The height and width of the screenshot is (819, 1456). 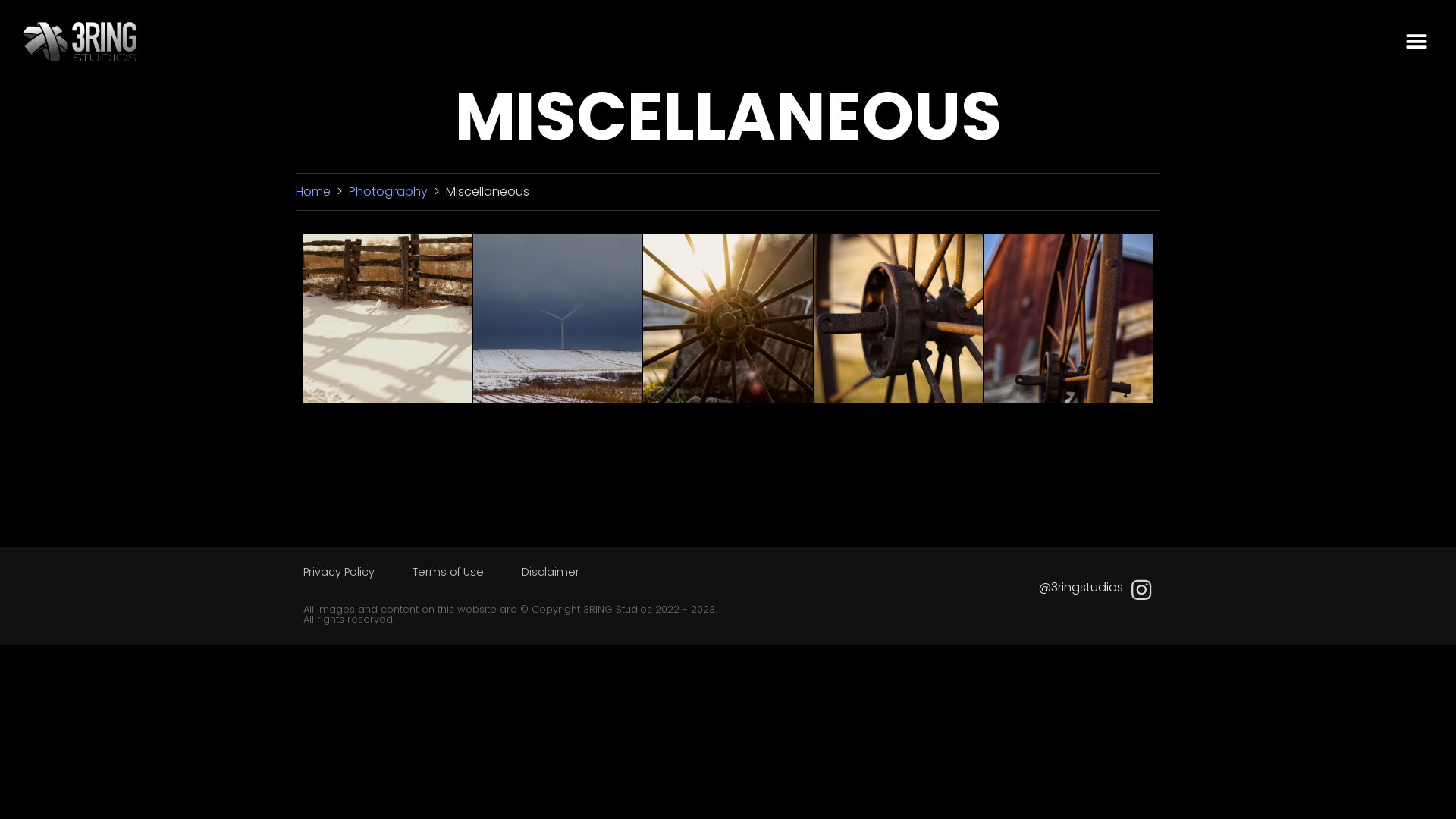 I want to click on 'Home', so click(x=295, y=190).